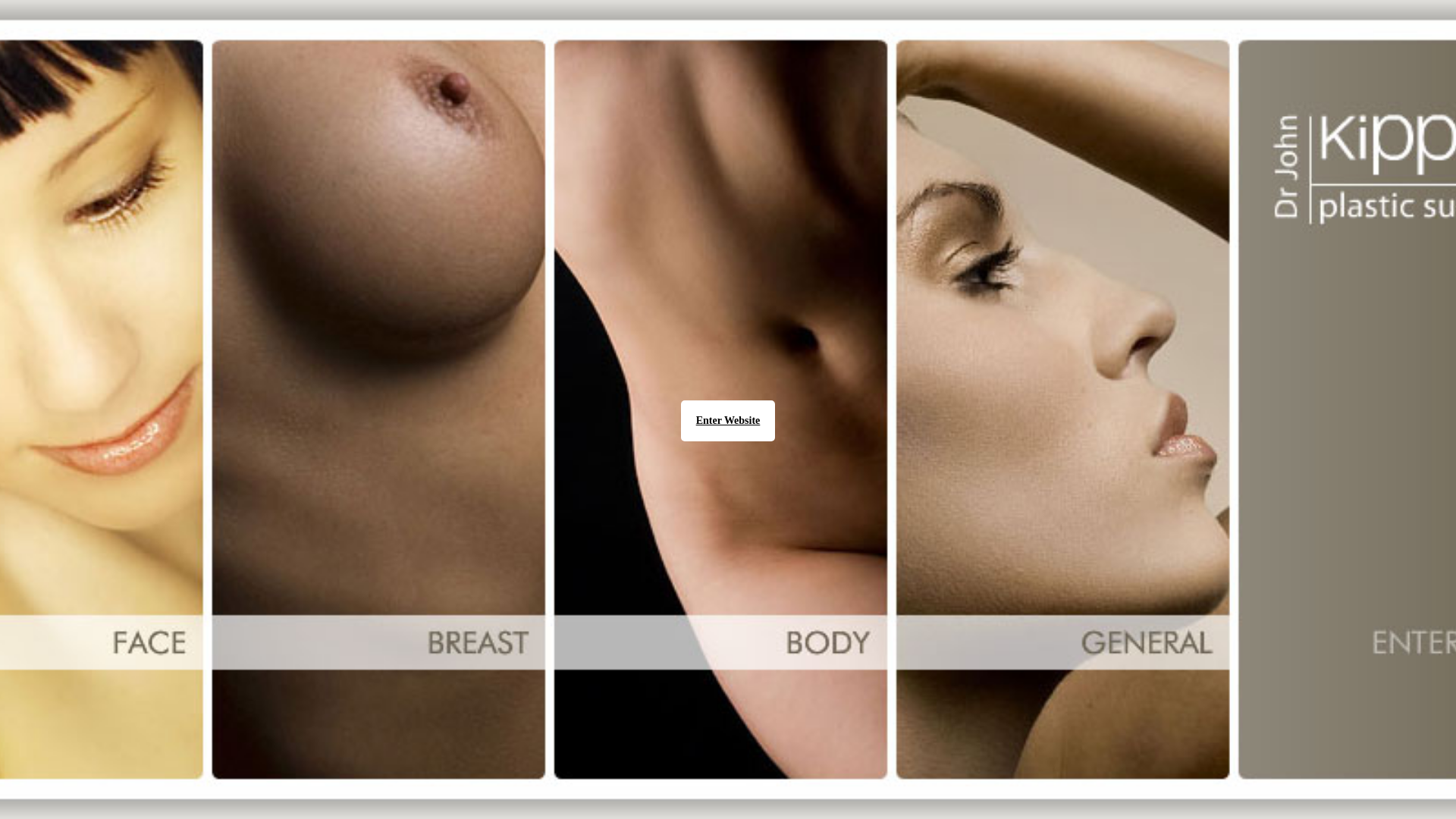 The image size is (1456, 819). What do you see at coordinates (728, 421) in the screenshot?
I see `'Enter Website'` at bounding box center [728, 421].